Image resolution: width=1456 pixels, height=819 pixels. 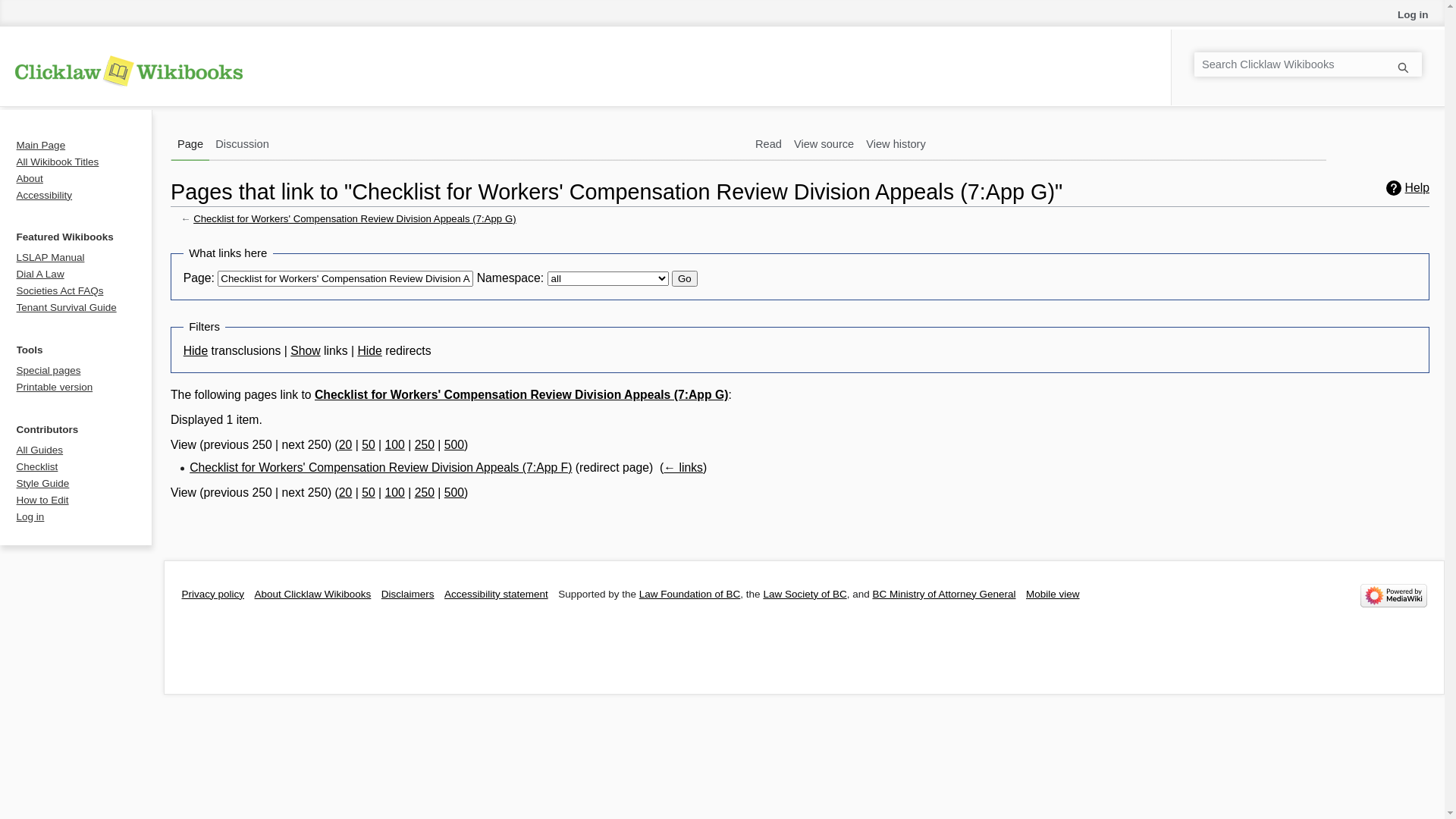 What do you see at coordinates (171, 141) in the screenshot?
I see `'Page'` at bounding box center [171, 141].